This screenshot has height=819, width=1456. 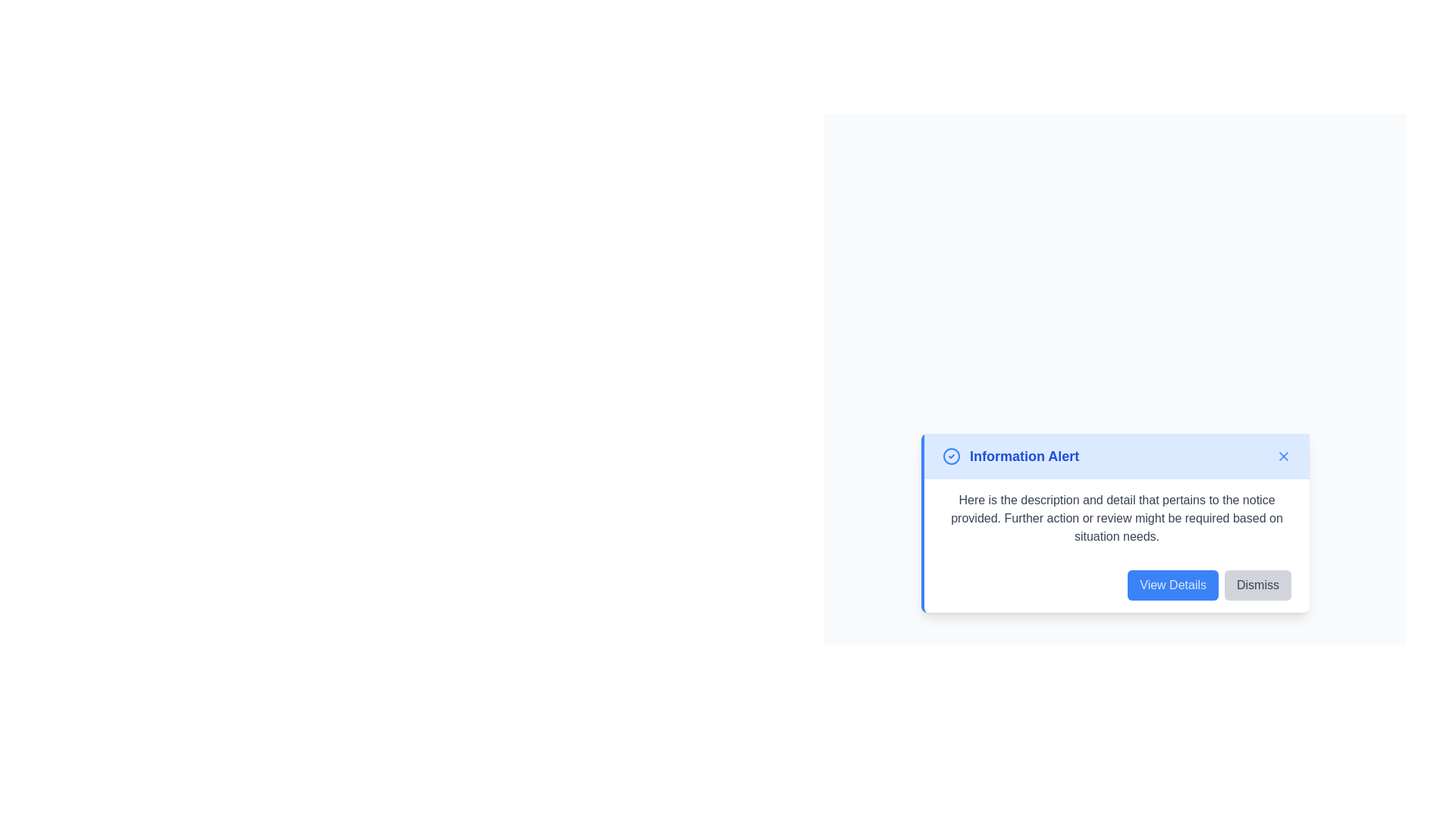 What do you see at coordinates (1258, 584) in the screenshot?
I see `the 'Dismiss' button, which is a rectangular button with rounded corners and a gray background, to change its background color` at bounding box center [1258, 584].